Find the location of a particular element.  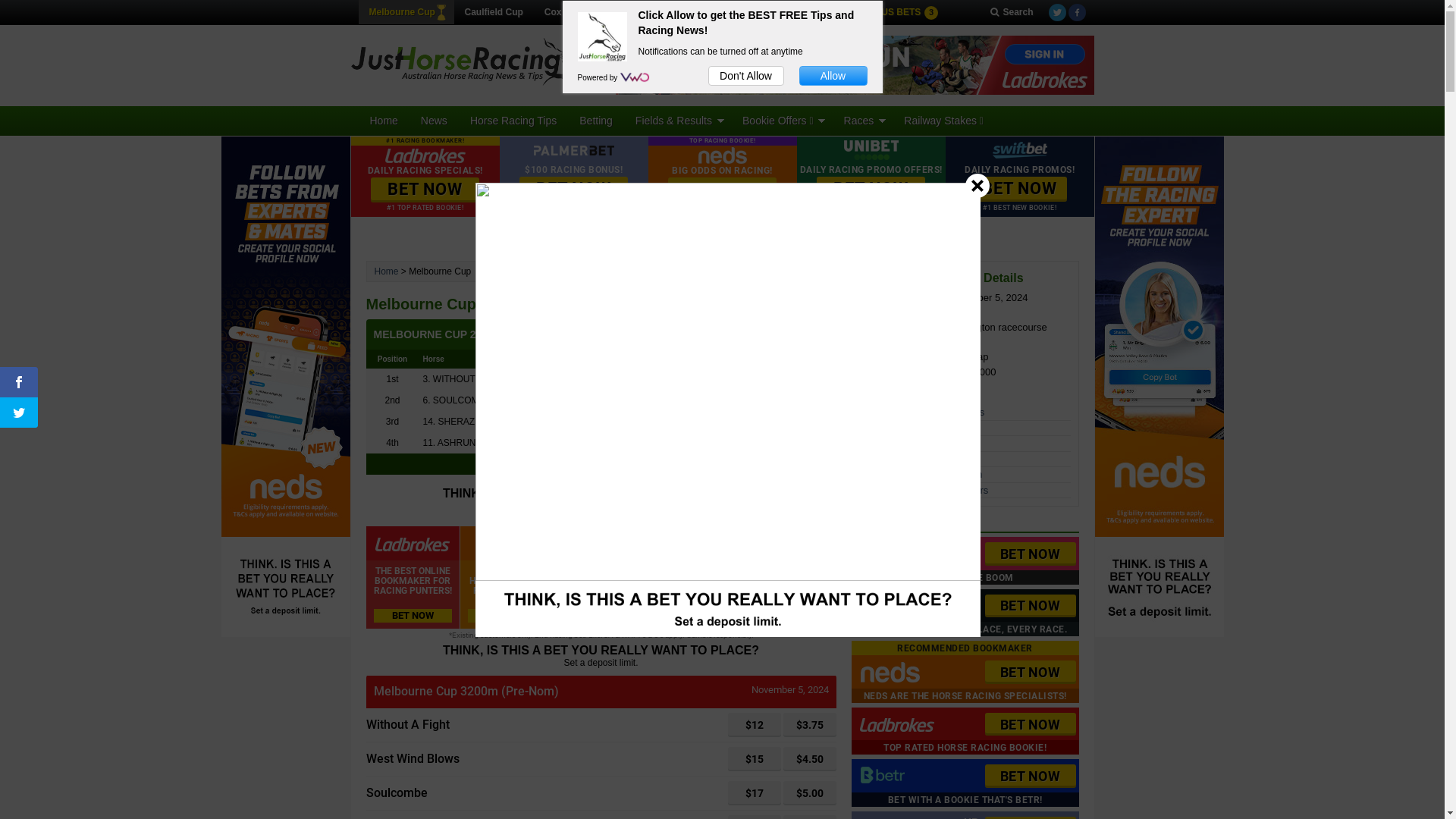

'advertisement' is located at coordinates (855, 64).